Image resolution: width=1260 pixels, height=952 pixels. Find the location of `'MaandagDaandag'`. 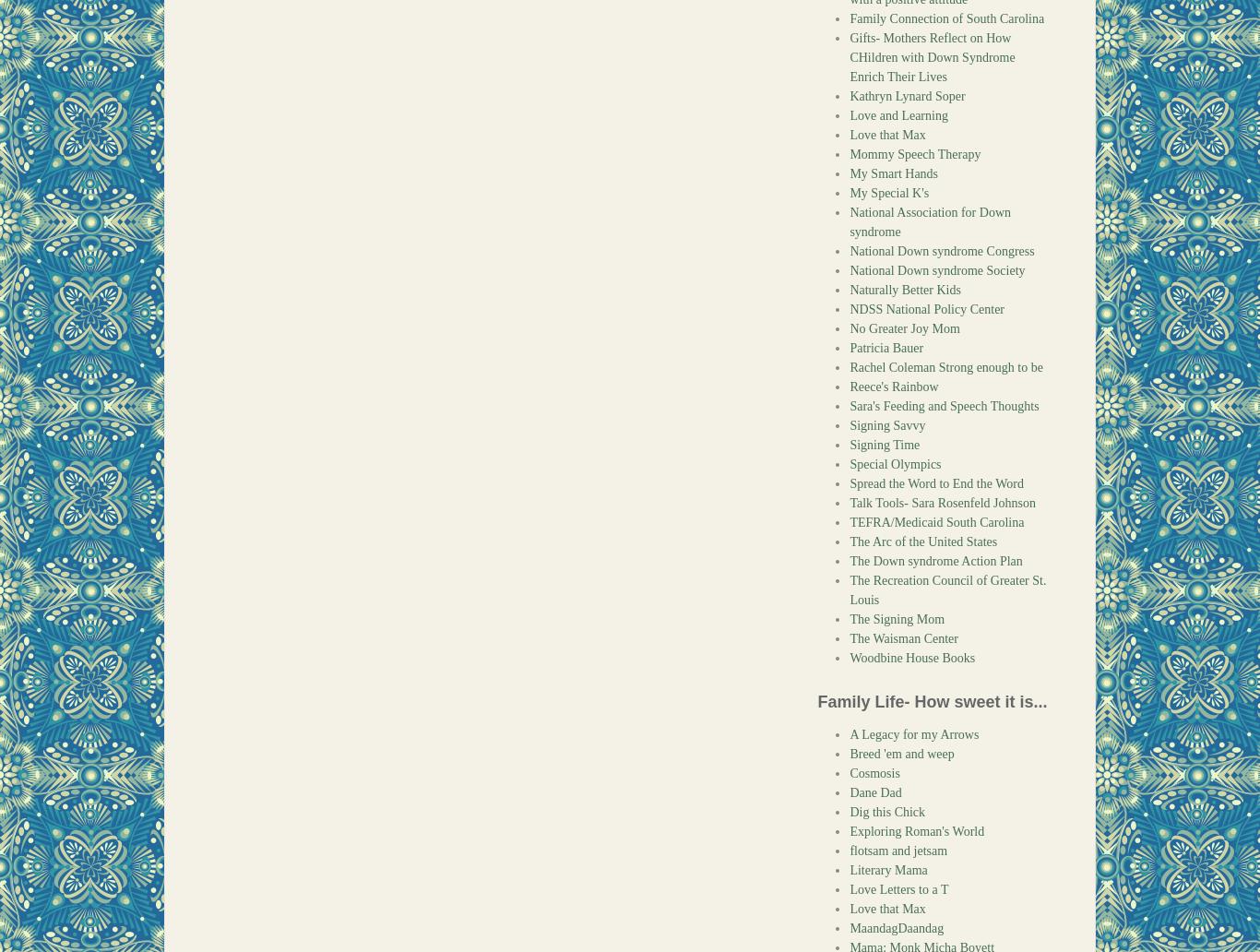

'MaandagDaandag' is located at coordinates (897, 927).